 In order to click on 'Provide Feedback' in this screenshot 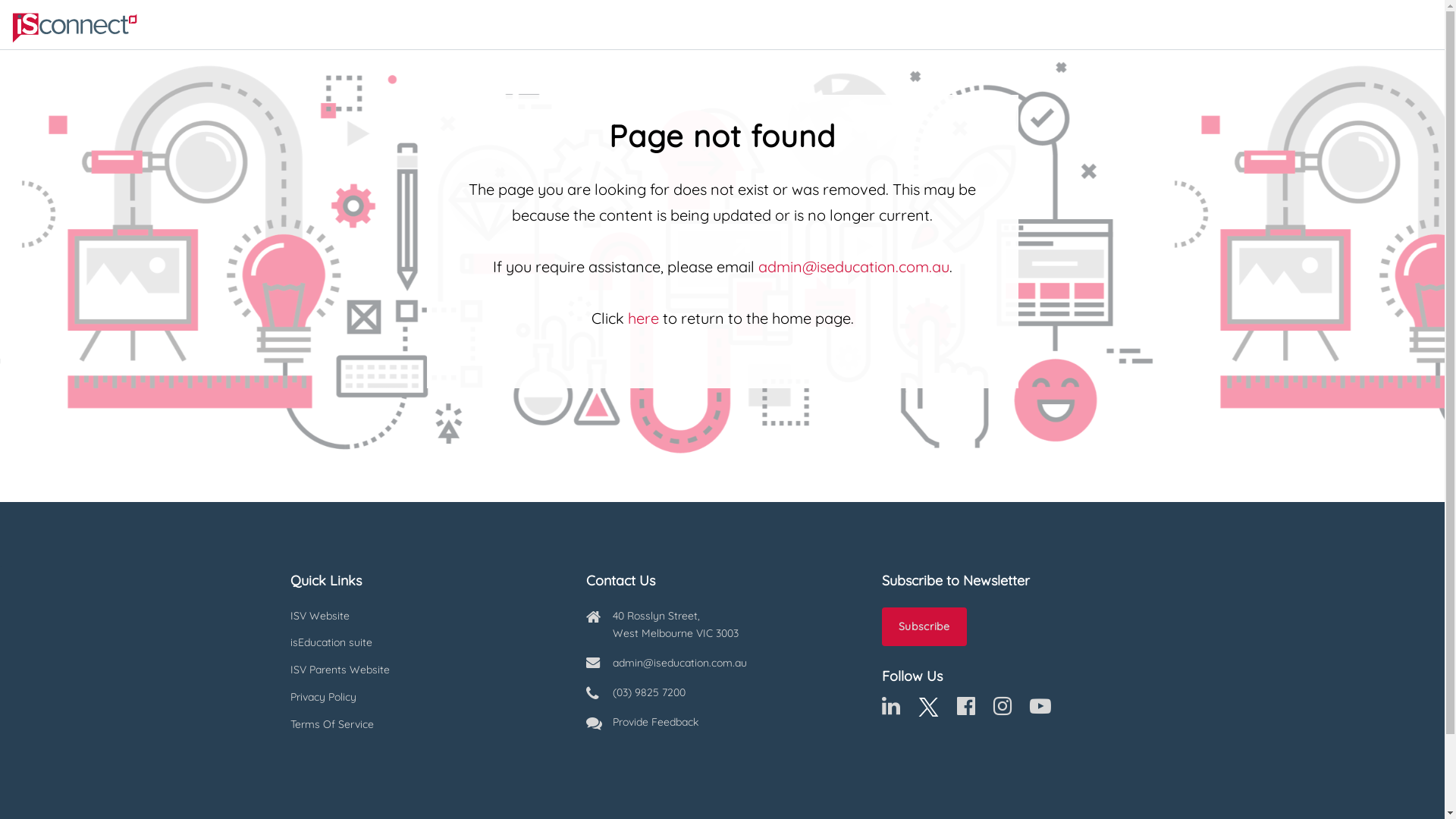, I will do `click(655, 721)`.